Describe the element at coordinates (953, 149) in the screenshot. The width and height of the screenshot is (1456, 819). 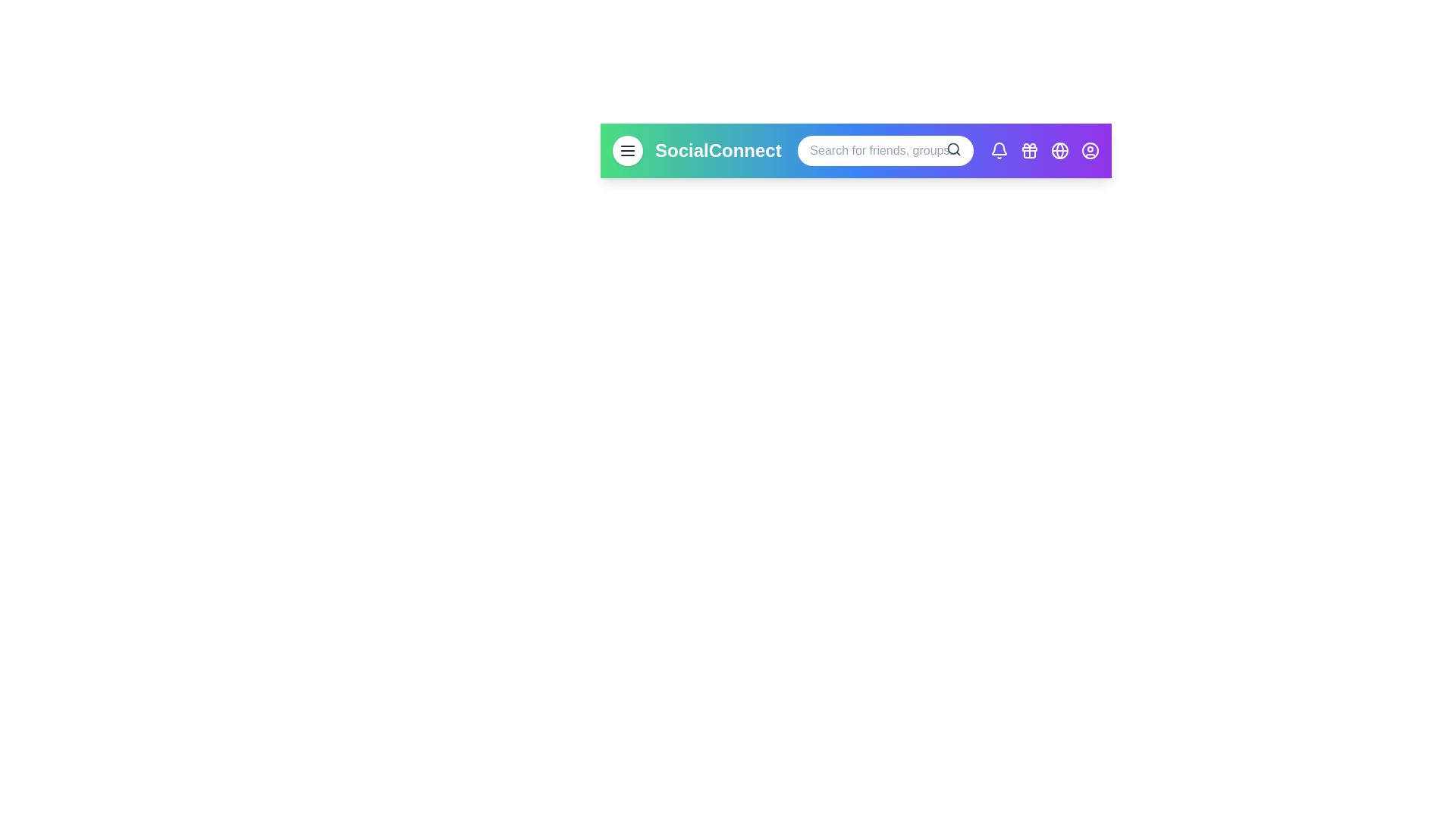
I see `the search icon in the app bar` at that location.